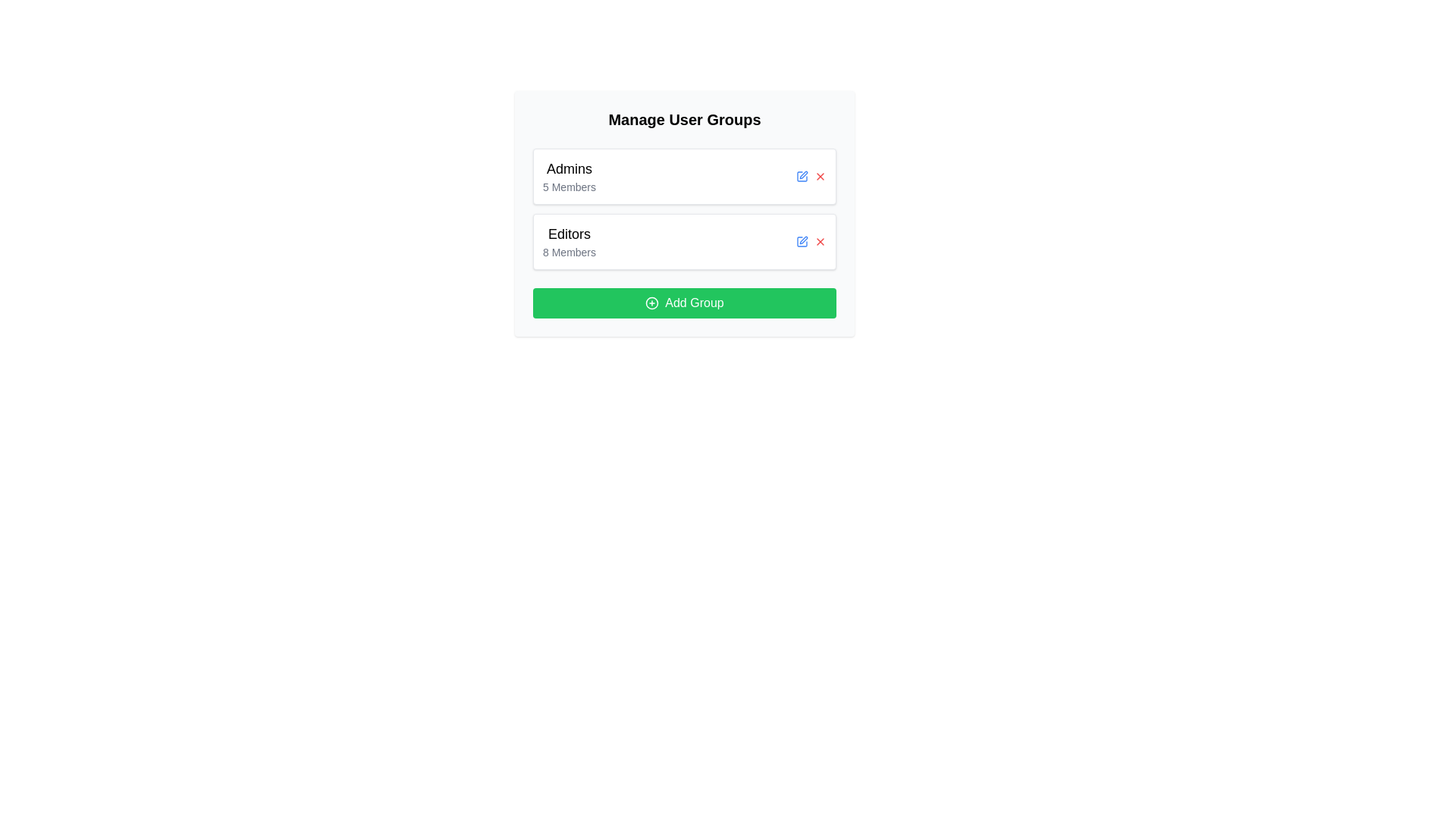  What do you see at coordinates (652, 303) in the screenshot?
I see `the outermost circle of the addition icon, which visually represents adding a new item or group, located to the left of the 'Add Group' button` at bounding box center [652, 303].